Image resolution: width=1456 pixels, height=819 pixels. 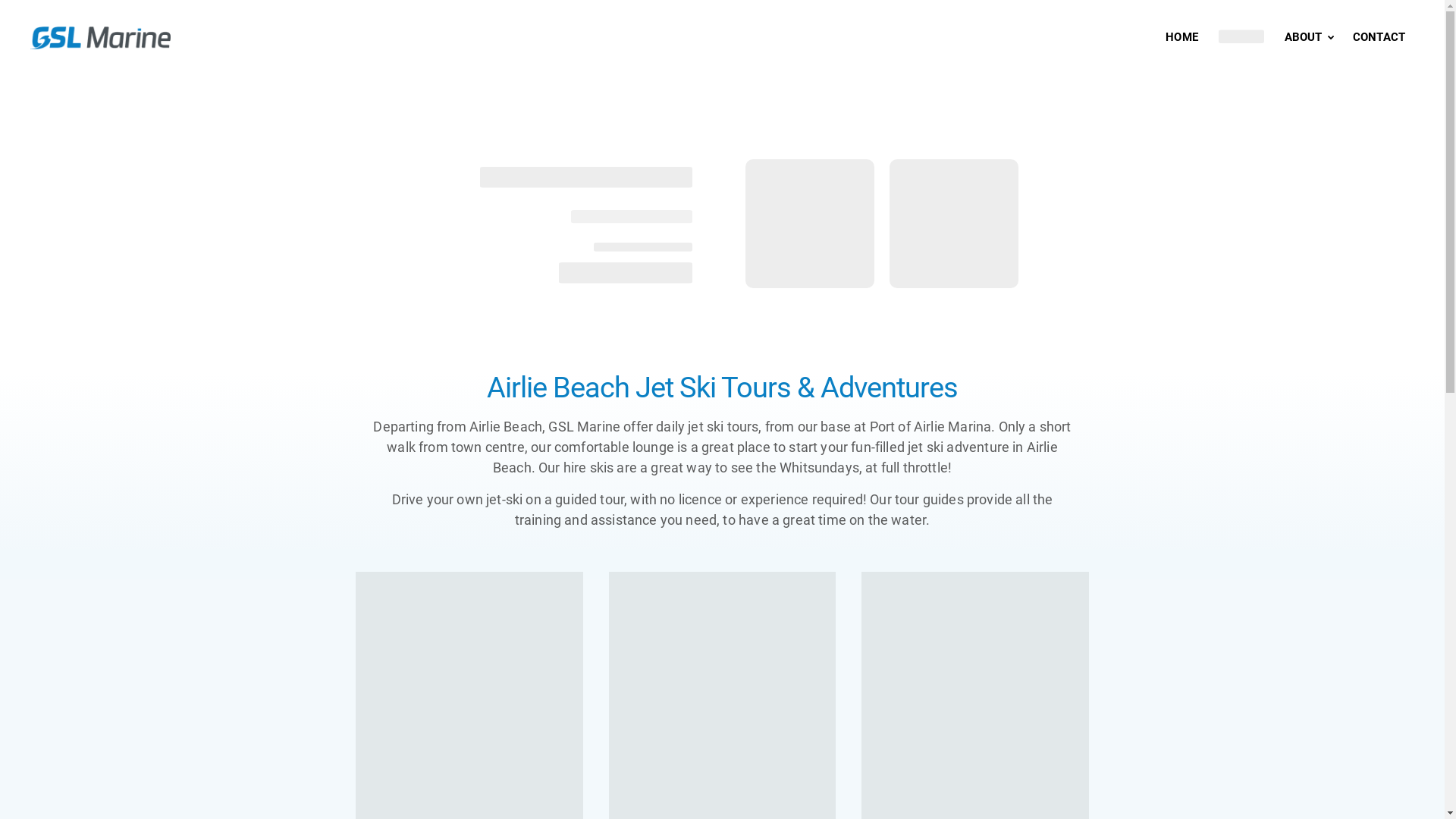 What do you see at coordinates (1309, 36) in the screenshot?
I see `'ABOUT'` at bounding box center [1309, 36].